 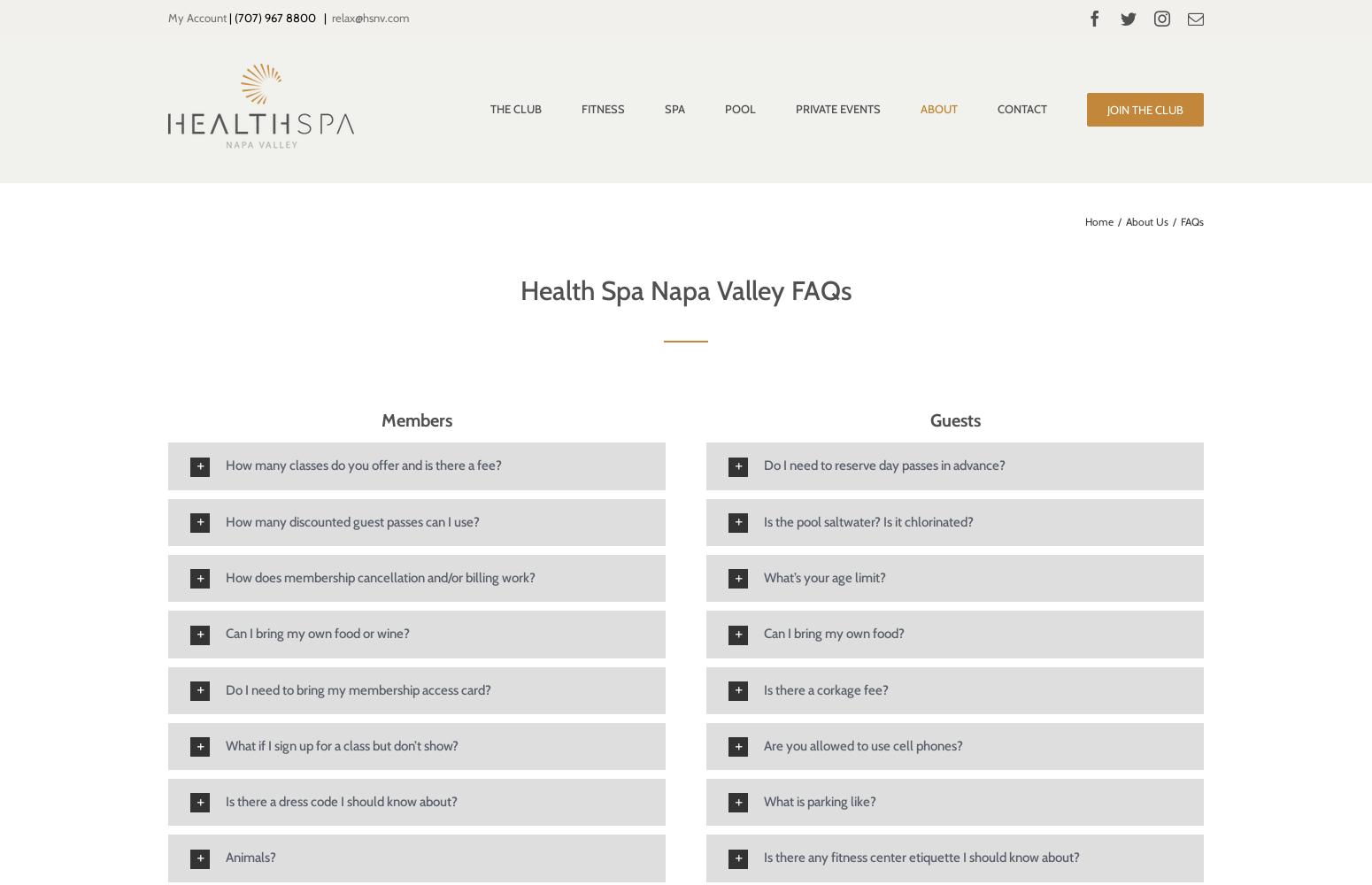 What do you see at coordinates (664, 108) in the screenshot?
I see `'SPA'` at bounding box center [664, 108].